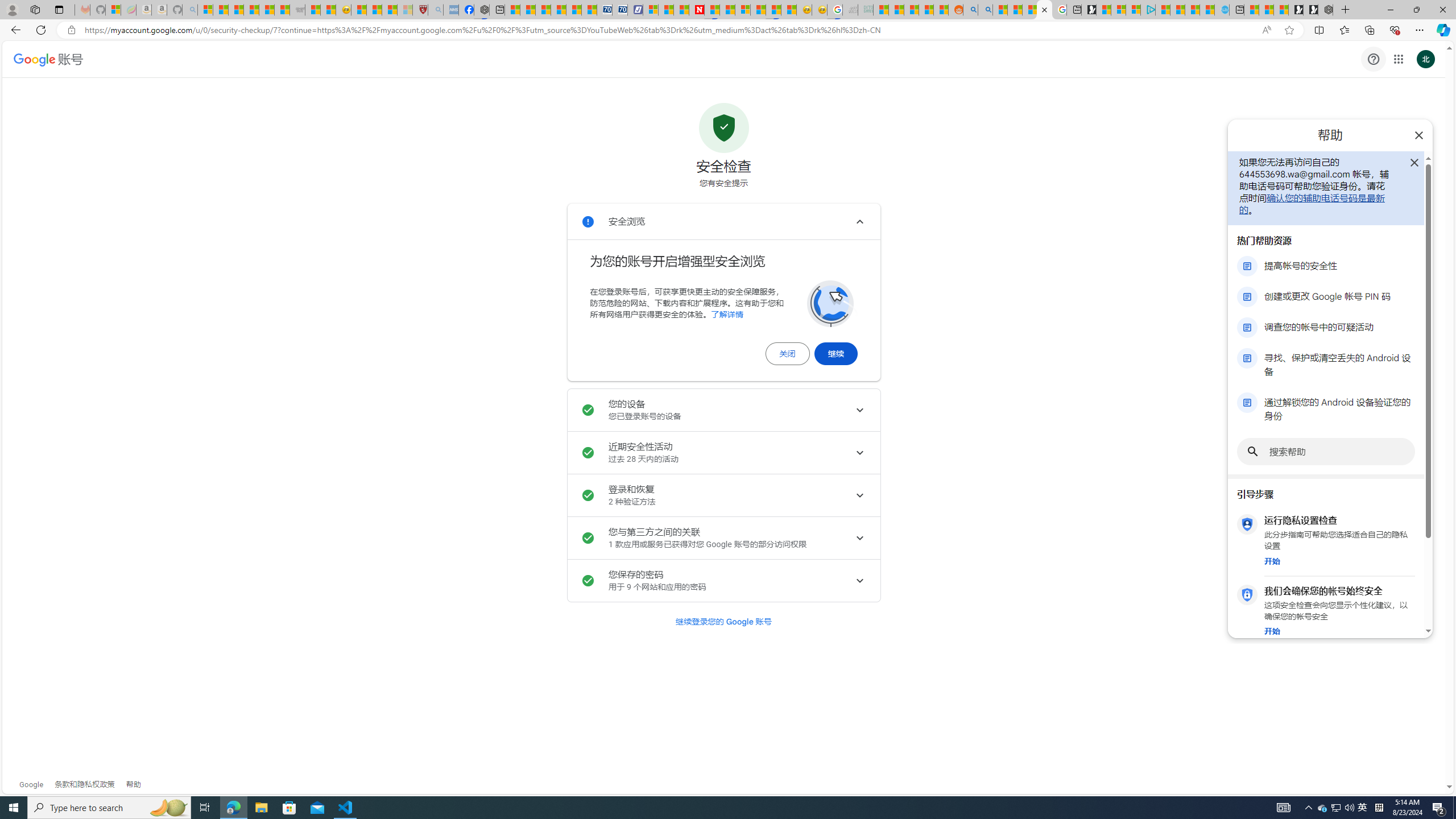  What do you see at coordinates (985, 9) in the screenshot?
I see `'Utah sues federal government - Search'` at bounding box center [985, 9].